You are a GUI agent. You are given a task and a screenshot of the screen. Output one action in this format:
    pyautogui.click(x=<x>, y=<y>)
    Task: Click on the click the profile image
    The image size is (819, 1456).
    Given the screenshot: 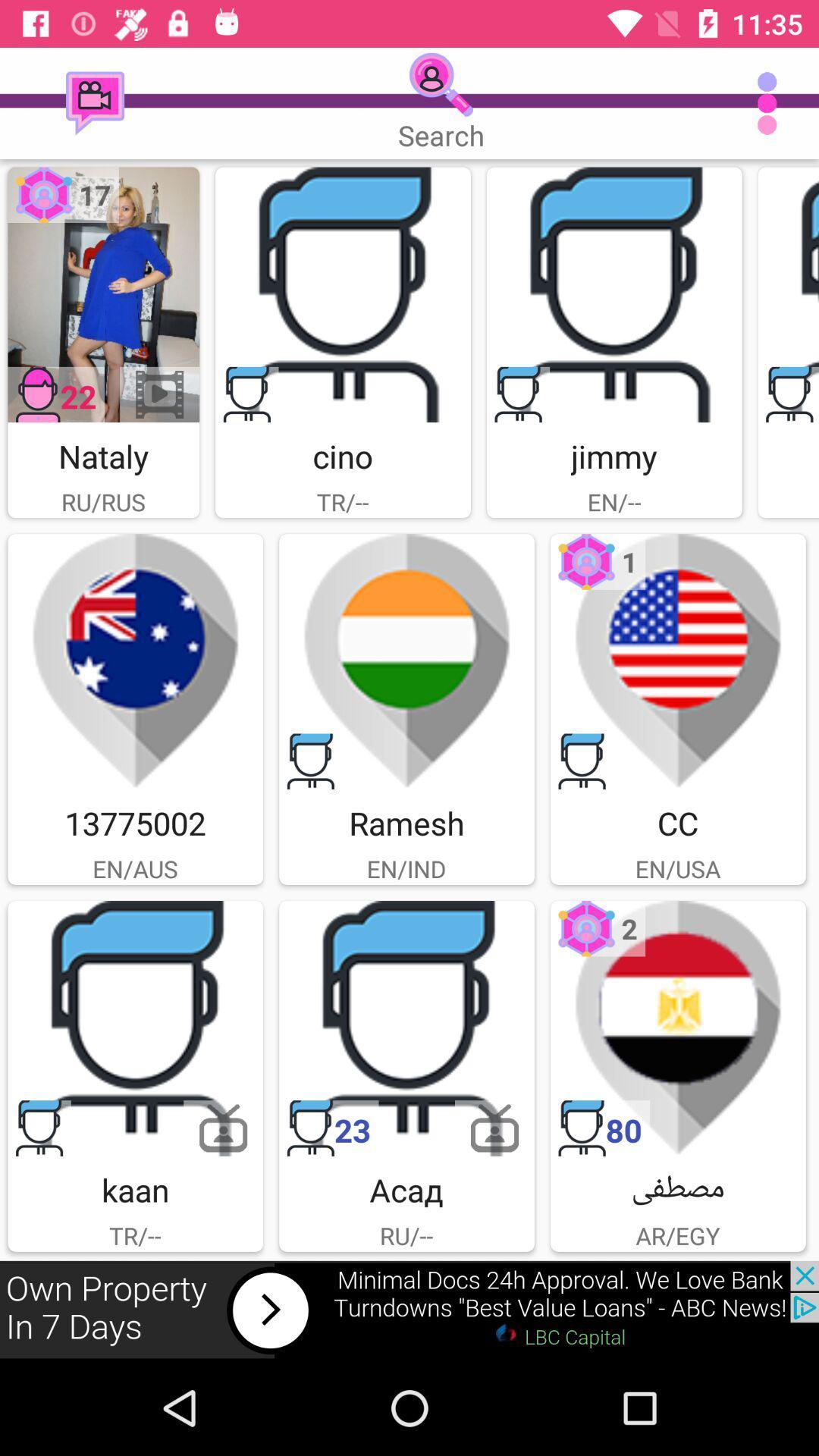 What is the action you would take?
    pyautogui.click(x=787, y=294)
    